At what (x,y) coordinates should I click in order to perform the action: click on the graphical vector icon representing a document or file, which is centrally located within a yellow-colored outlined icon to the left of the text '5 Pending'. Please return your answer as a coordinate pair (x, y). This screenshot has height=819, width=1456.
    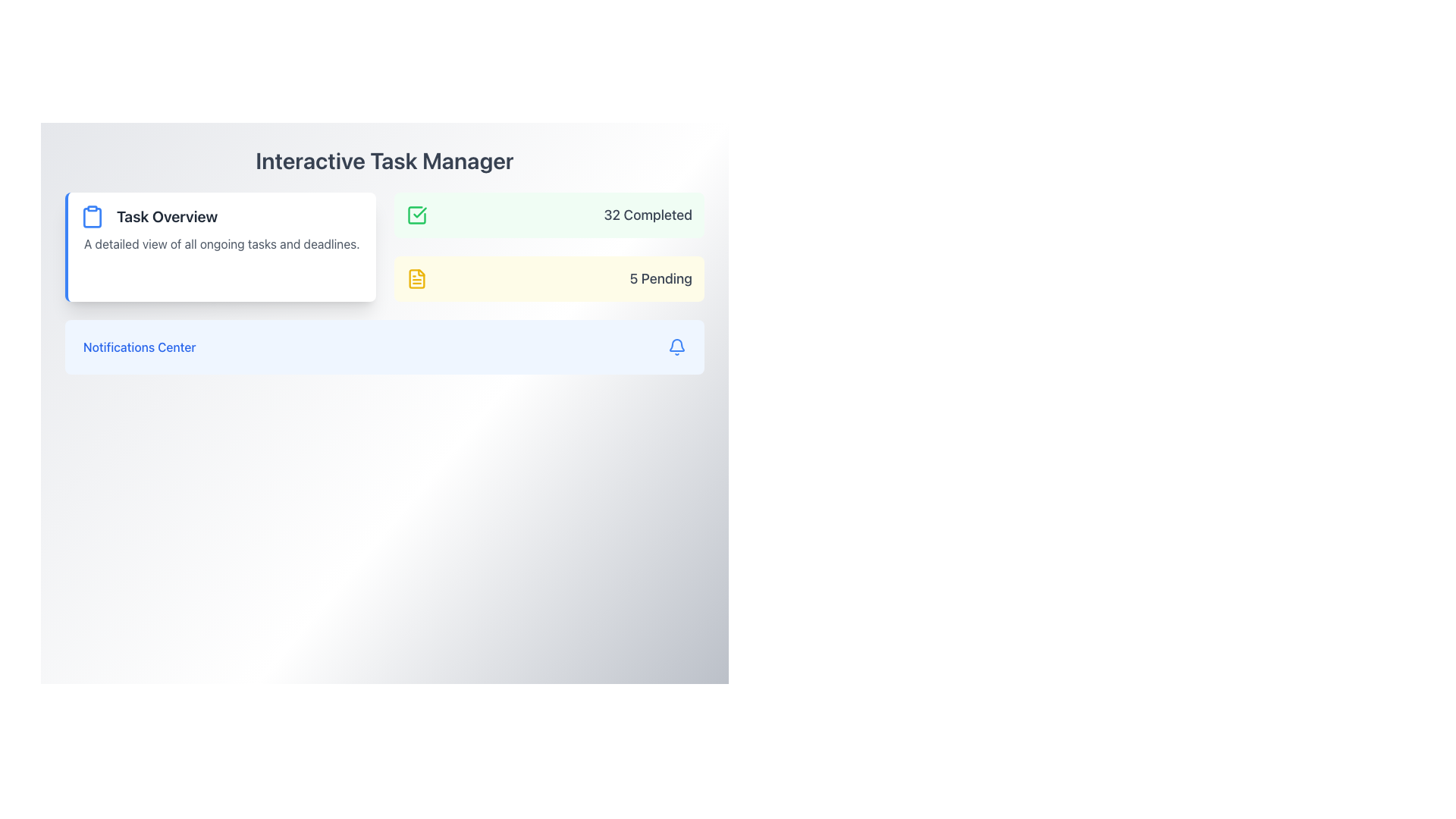
    Looking at the image, I should click on (416, 278).